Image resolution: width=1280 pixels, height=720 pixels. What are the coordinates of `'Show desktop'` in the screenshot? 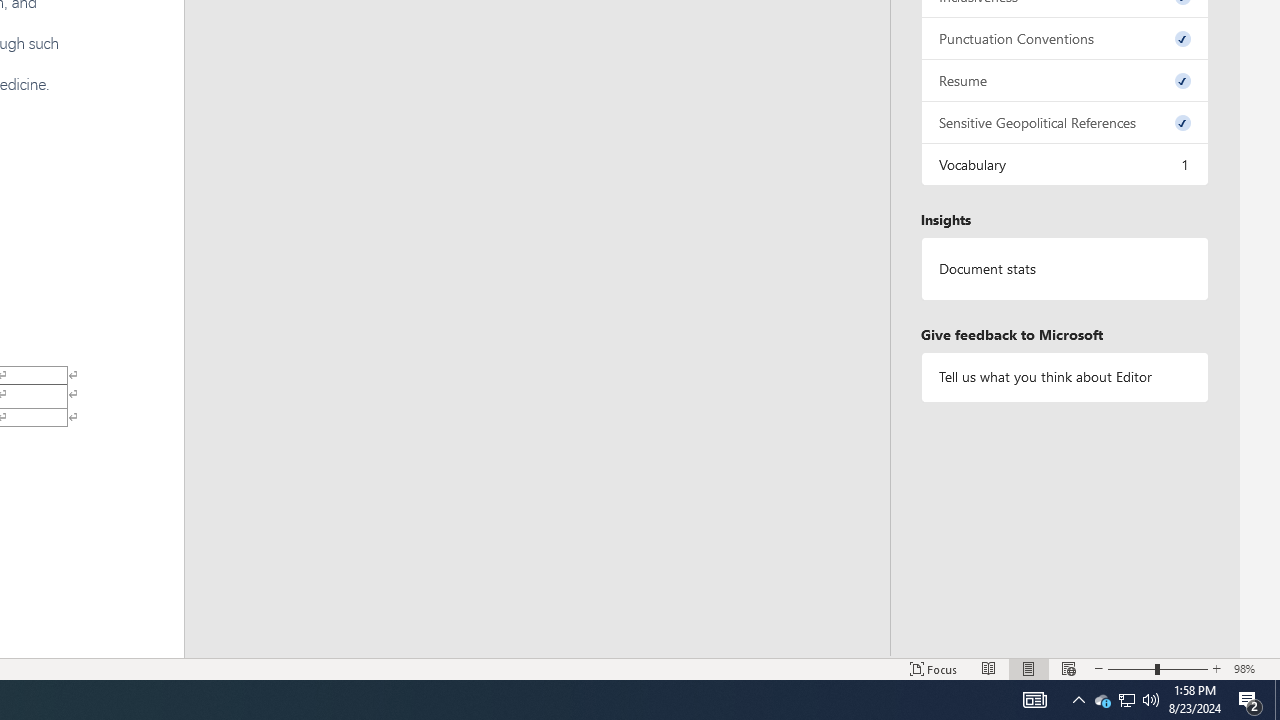 It's located at (1276, 698).